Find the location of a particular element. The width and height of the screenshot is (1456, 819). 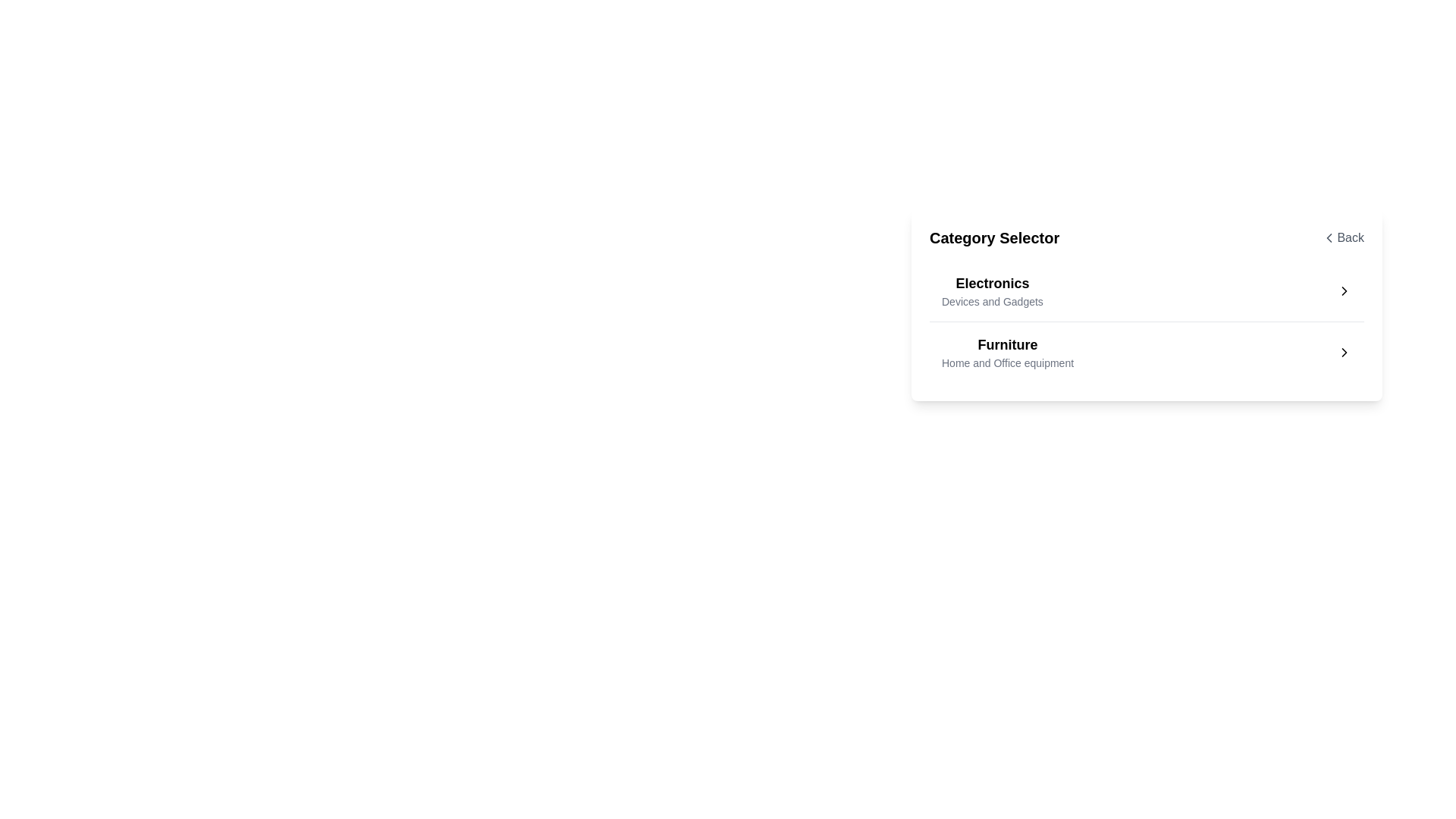

the Chevron Symbol graphic indicator located near the top-right corner of the interface, associated with the 'Back' label is located at coordinates (1329, 237).